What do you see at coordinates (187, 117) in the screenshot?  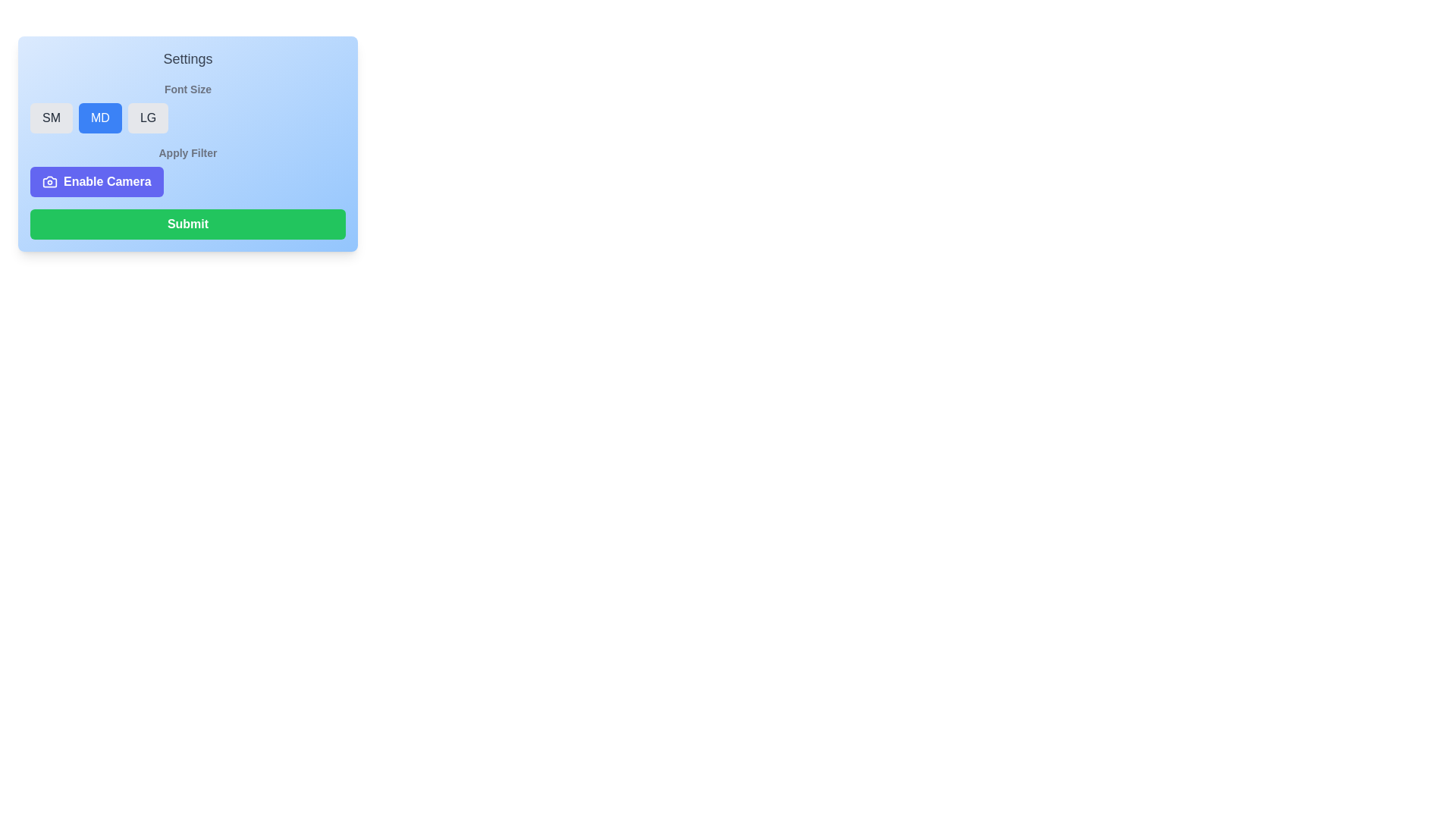 I see `the 'MD' button in the button group labeled 'SM', 'MD', and 'LG', which is highlighted in blue to indicate selection` at bounding box center [187, 117].